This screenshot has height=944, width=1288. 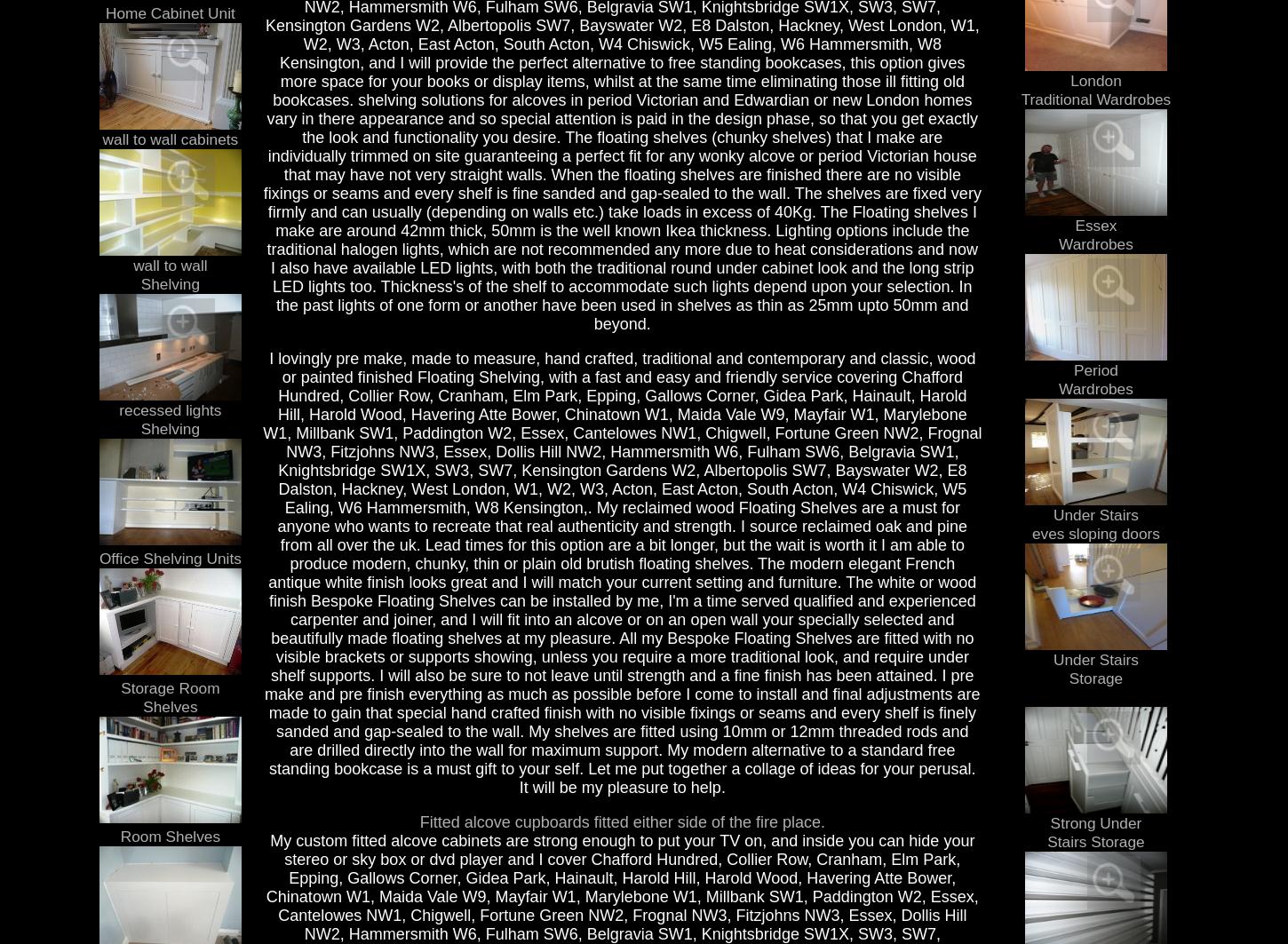 I want to click on 'wall to wall cabinets', so click(x=169, y=139).